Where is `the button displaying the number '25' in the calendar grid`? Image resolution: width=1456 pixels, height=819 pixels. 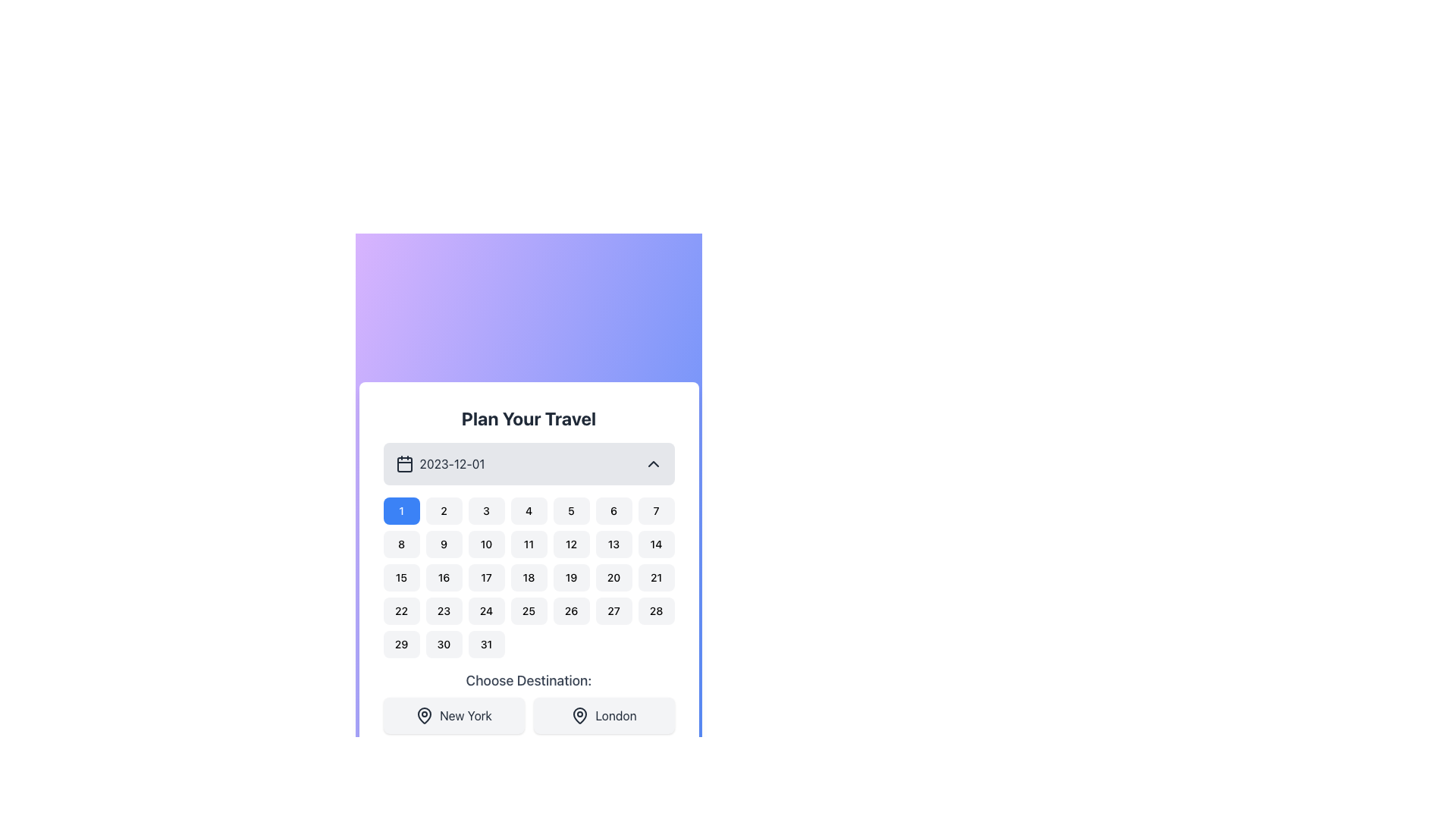
the button displaying the number '25' in the calendar grid is located at coordinates (529, 610).